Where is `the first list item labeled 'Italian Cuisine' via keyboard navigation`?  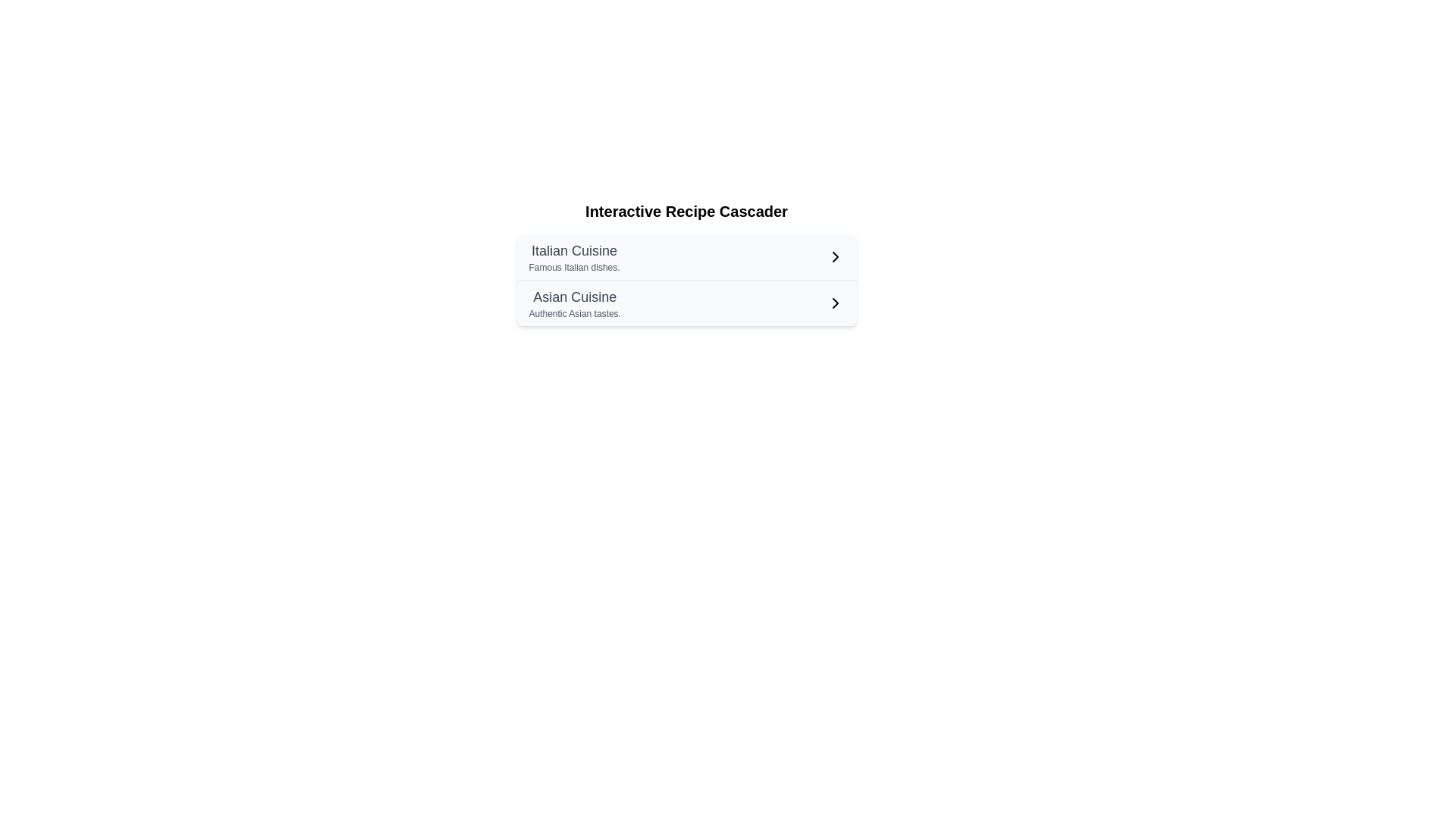
the first list item labeled 'Italian Cuisine' via keyboard navigation is located at coordinates (686, 256).